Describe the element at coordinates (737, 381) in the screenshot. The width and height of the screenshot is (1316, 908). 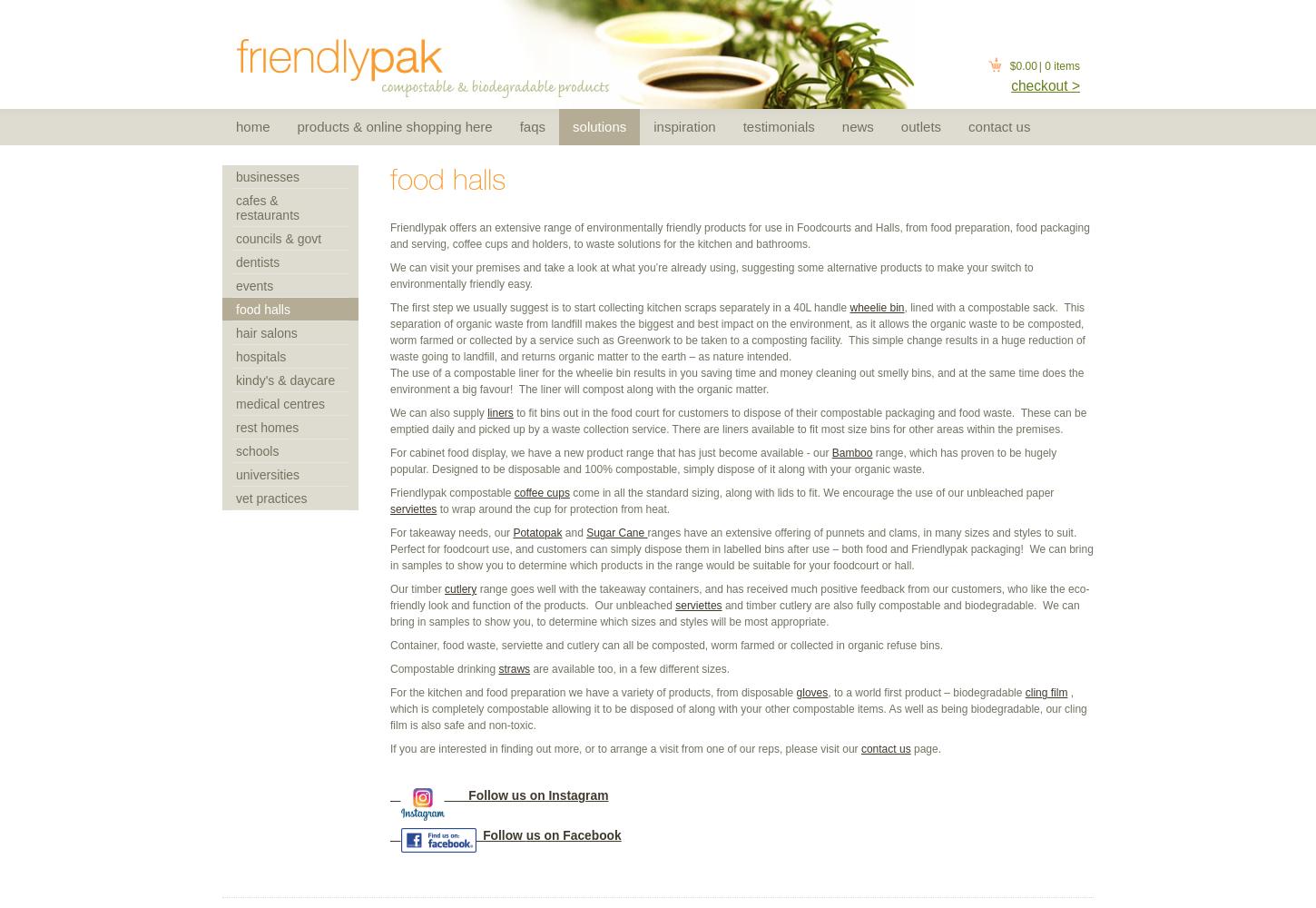
I see `'The use of a compostable liner for the wheelie bin results in you saving time and money cleaning out smelly bins, and at the same time does the environment a big favour!  The liner will compost along with the organic matter.'` at that location.